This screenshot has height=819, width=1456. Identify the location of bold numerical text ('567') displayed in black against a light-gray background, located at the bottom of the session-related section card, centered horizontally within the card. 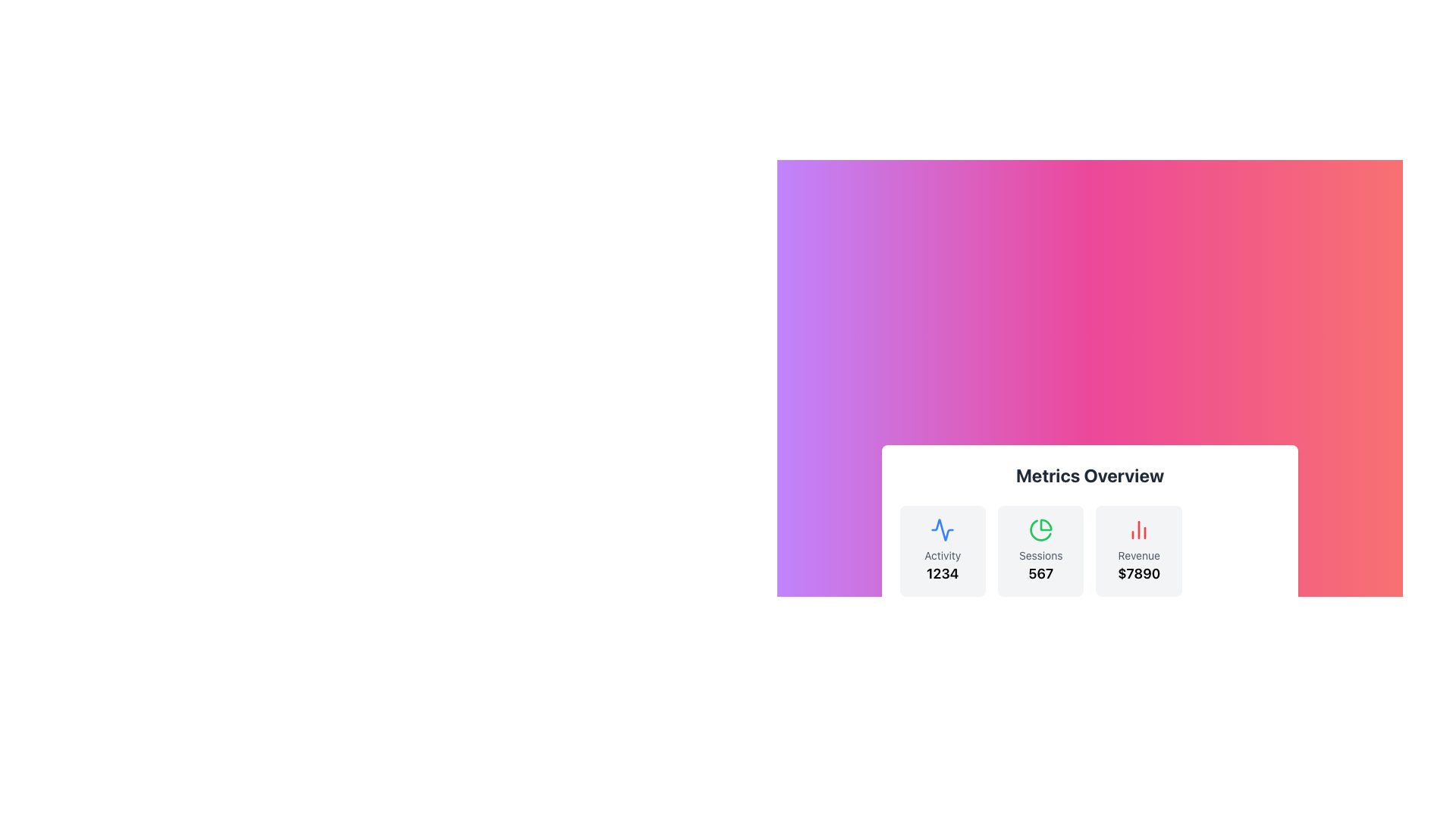
(1040, 573).